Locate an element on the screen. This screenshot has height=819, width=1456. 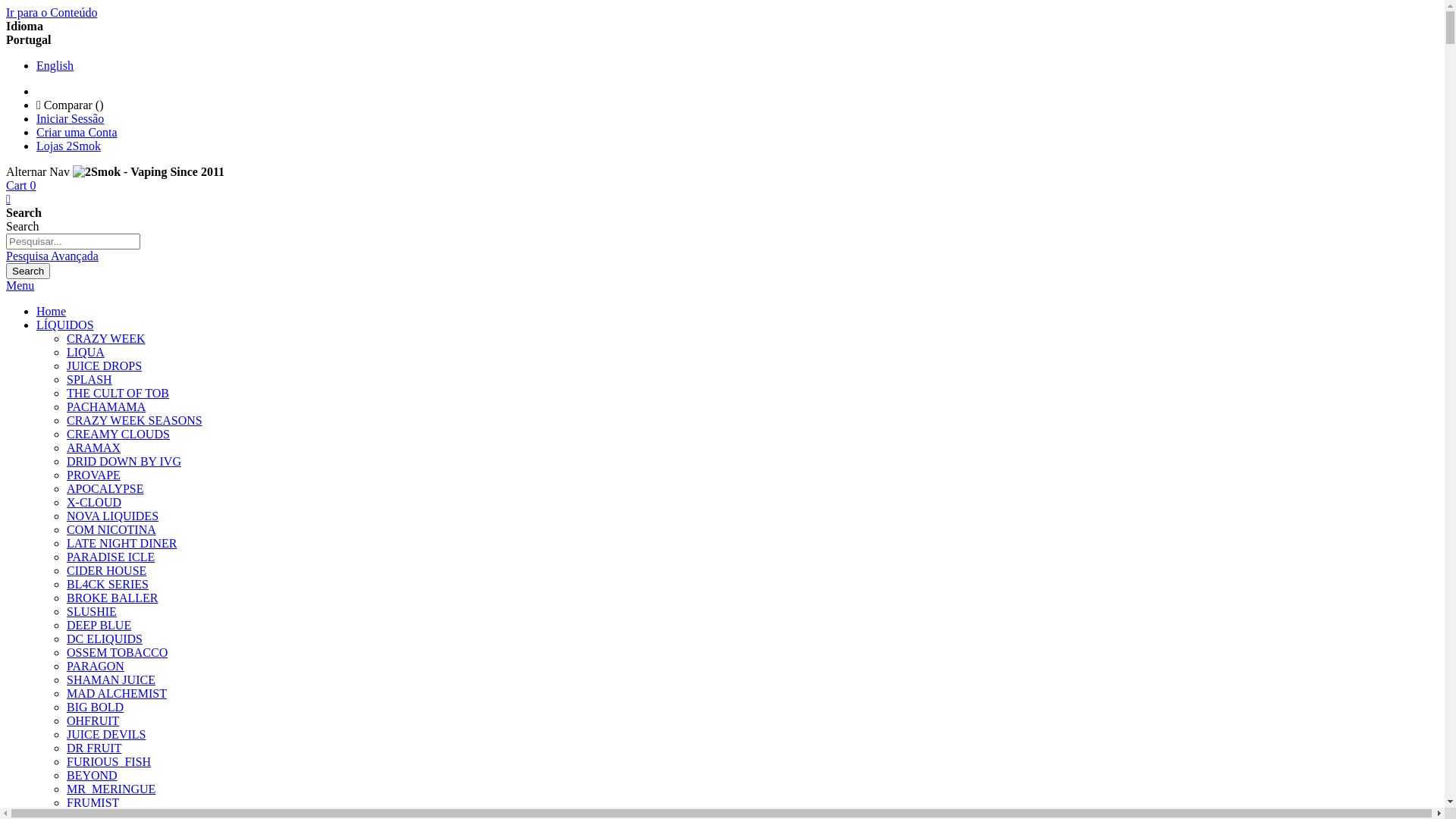
'X-CLOUD' is located at coordinates (65, 502).